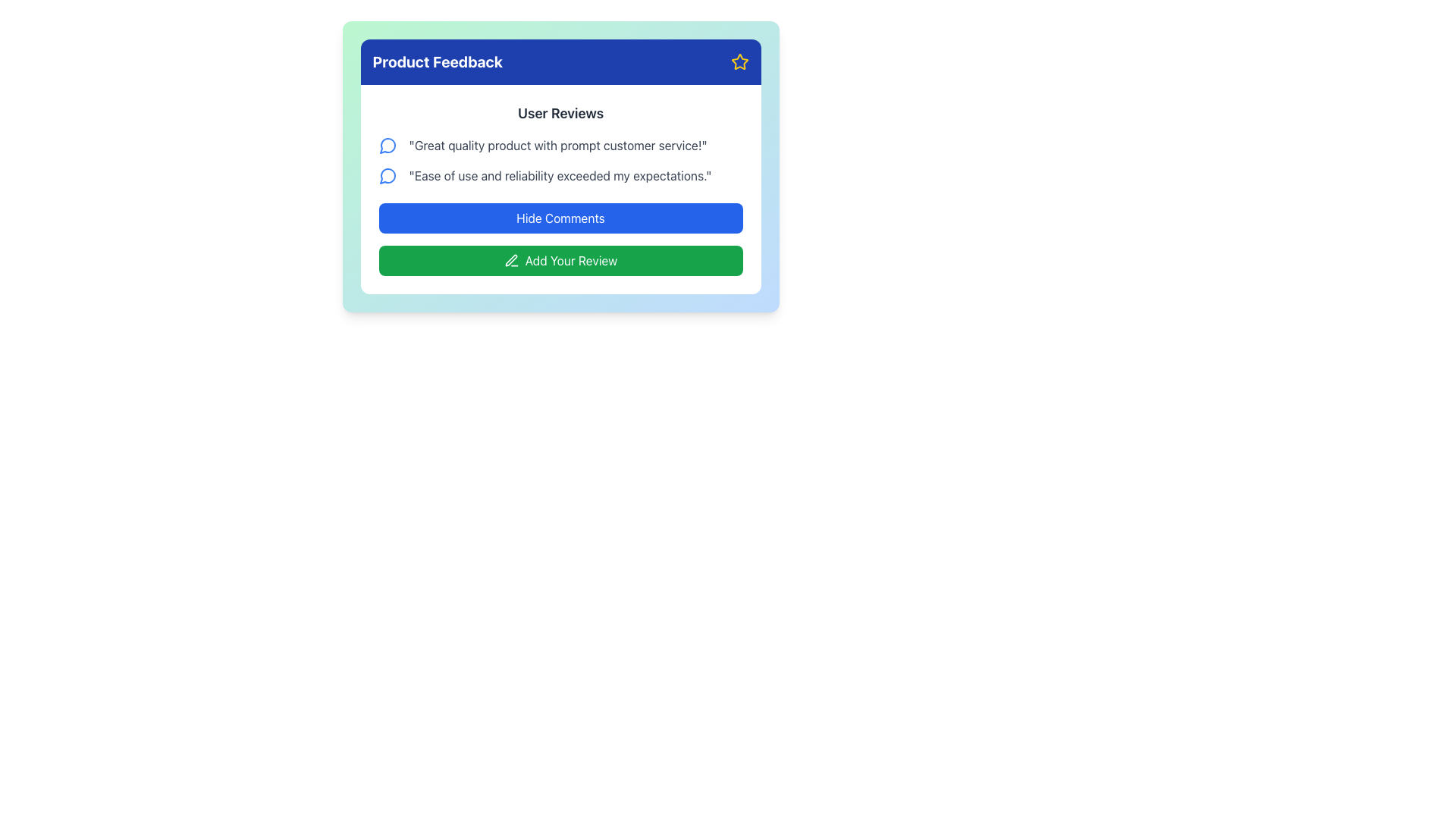 Image resolution: width=1456 pixels, height=819 pixels. What do you see at coordinates (560, 174) in the screenshot?
I see `the second user review text display component that says 'Ease of use and reliability exceeded my expectations.'` at bounding box center [560, 174].